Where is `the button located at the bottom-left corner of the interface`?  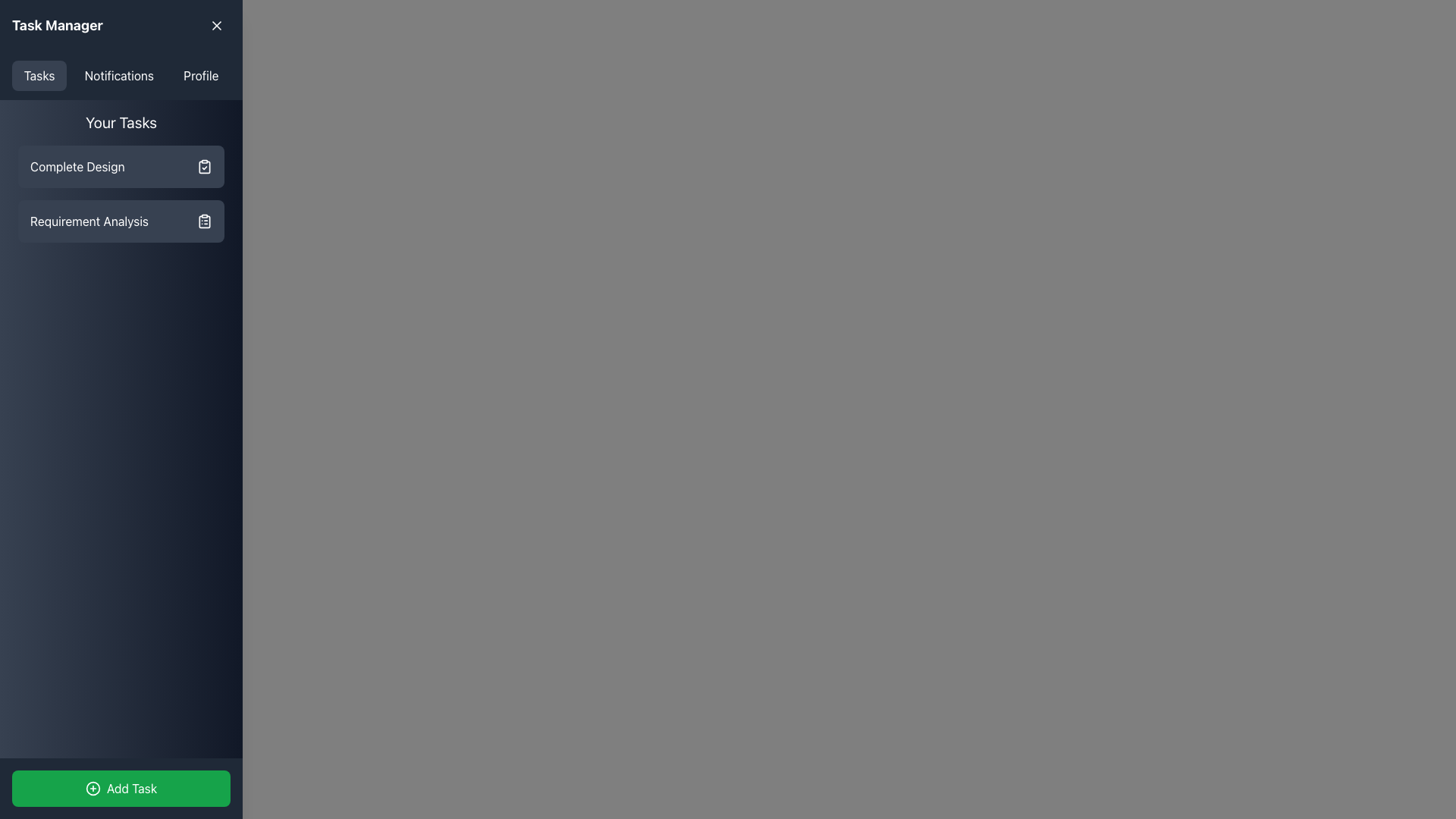
the button located at the bottom-left corner of the interface is located at coordinates (120, 788).